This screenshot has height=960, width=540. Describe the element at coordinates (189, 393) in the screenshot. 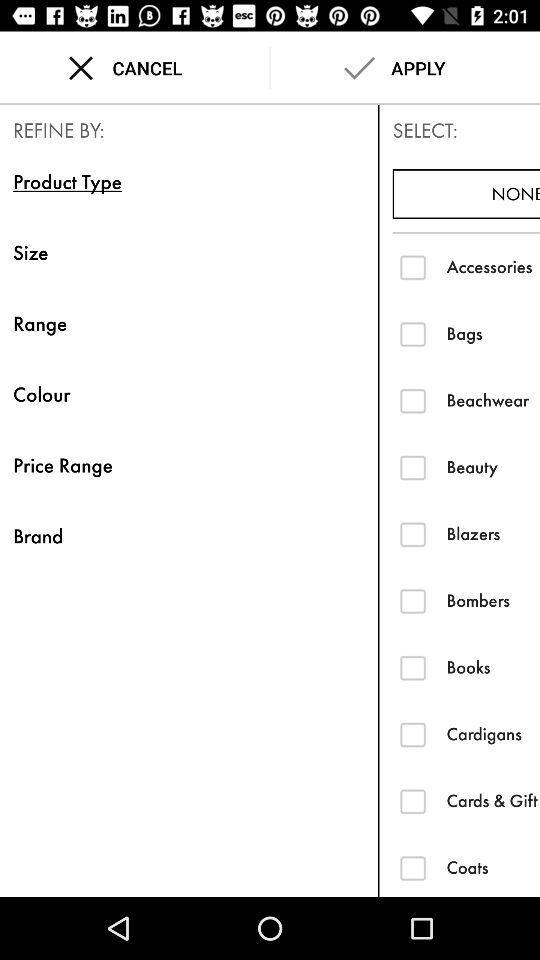

I see `the colour item` at that location.